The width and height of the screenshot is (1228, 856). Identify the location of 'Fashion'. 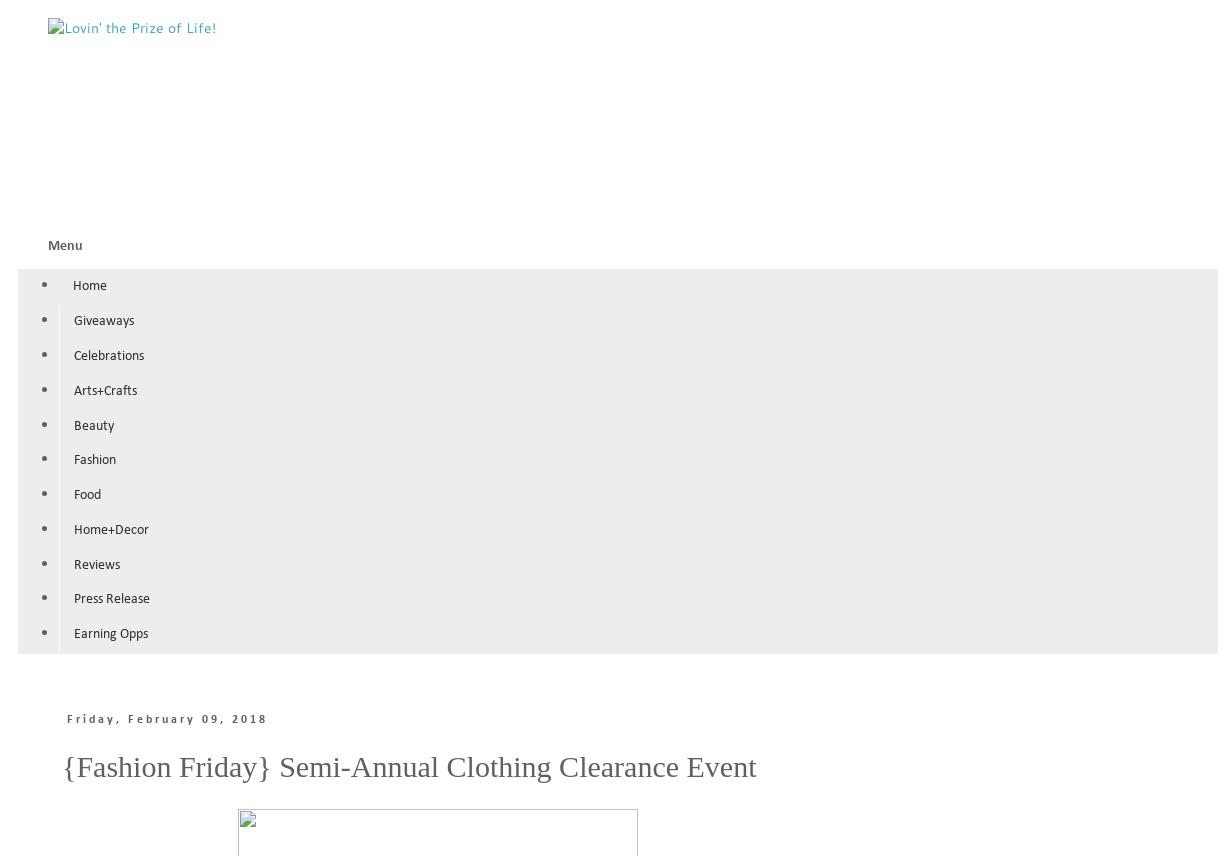
(95, 460).